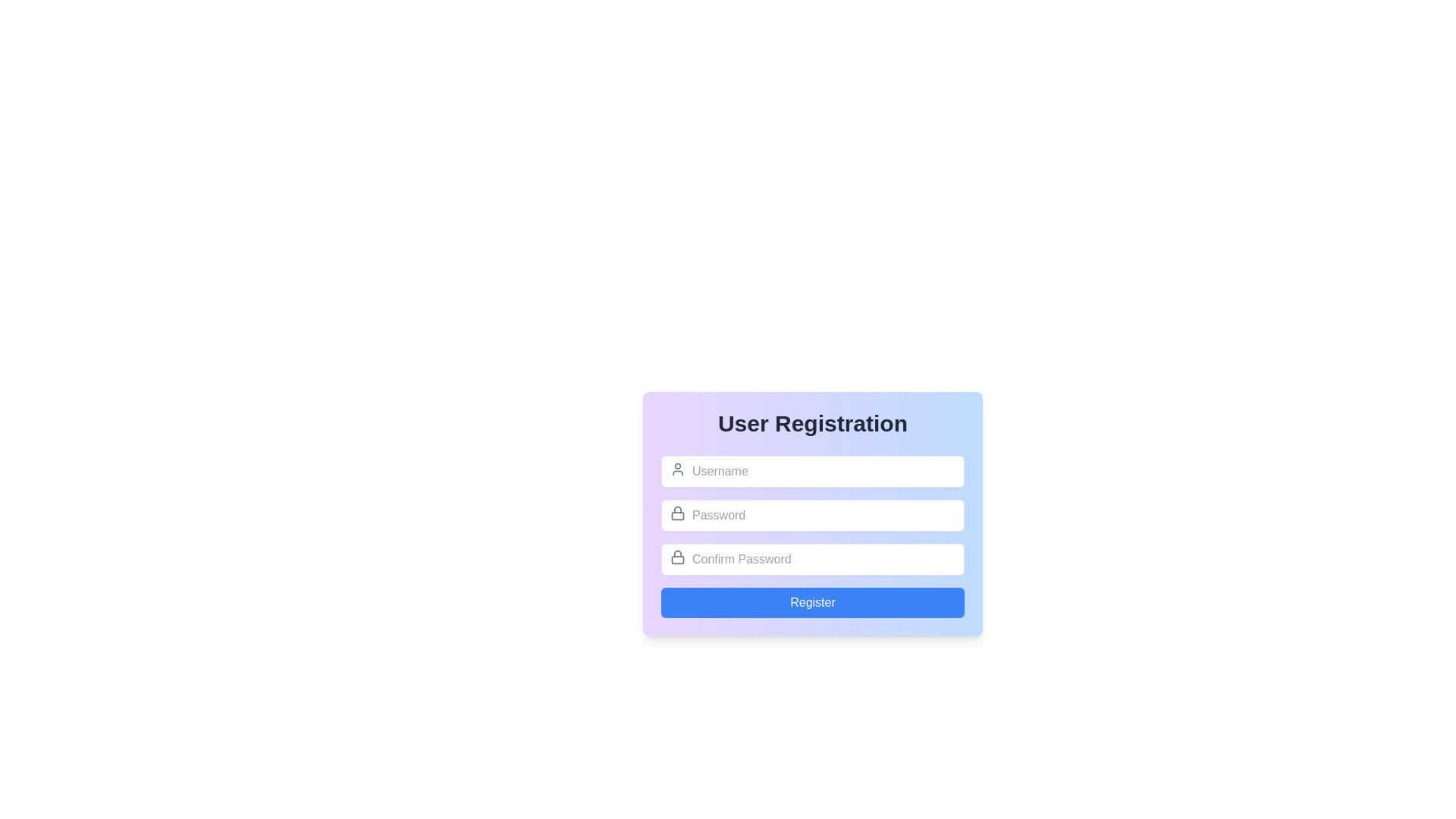 This screenshot has width=1456, height=819. What do you see at coordinates (676, 557) in the screenshot?
I see `password confirmation icon located at the top-left corner of the 'Confirm Password' input field for visual cues regarding security functionality` at bounding box center [676, 557].